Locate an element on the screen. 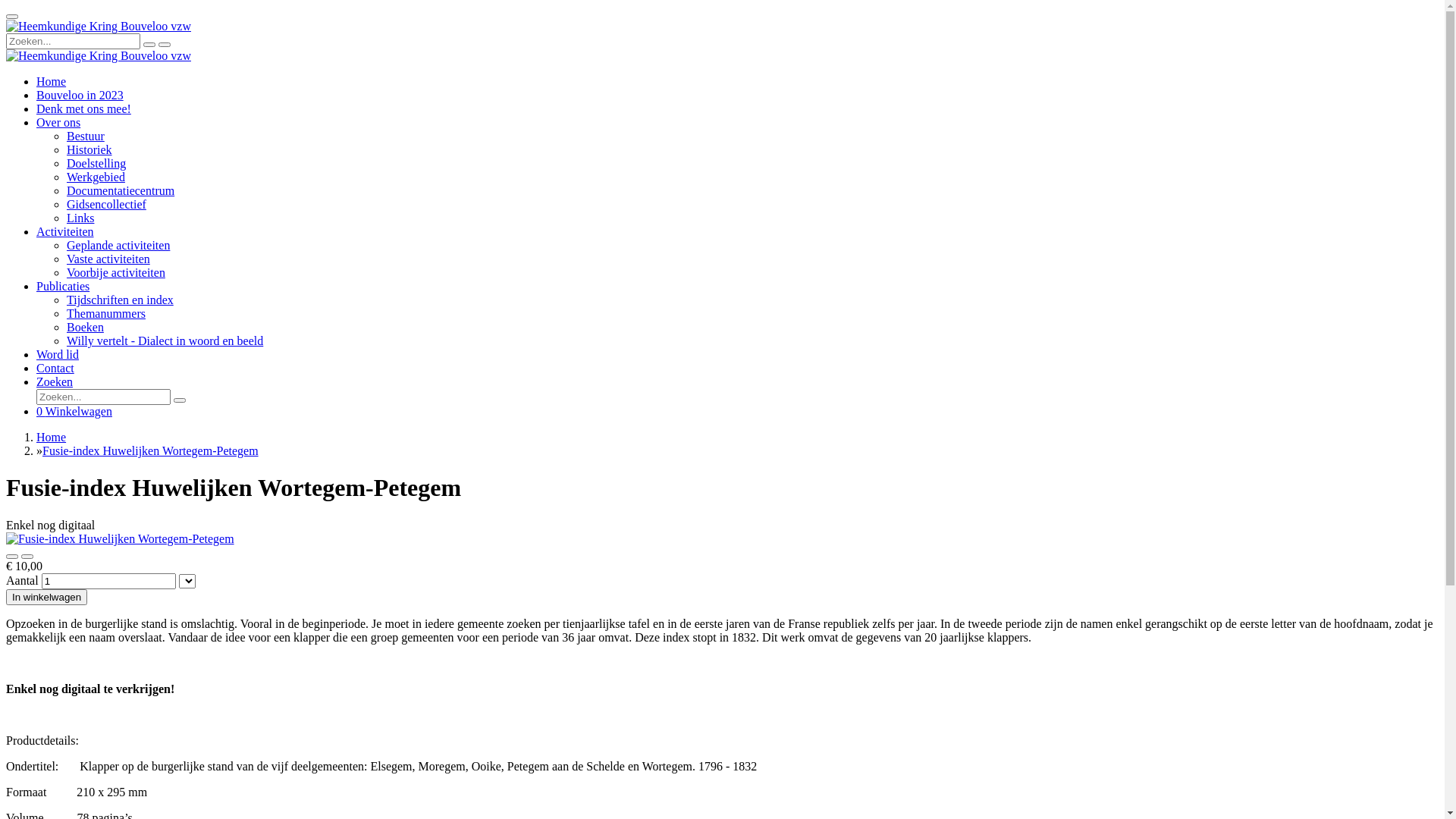  '0 Winkelwagen' is located at coordinates (36, 411).